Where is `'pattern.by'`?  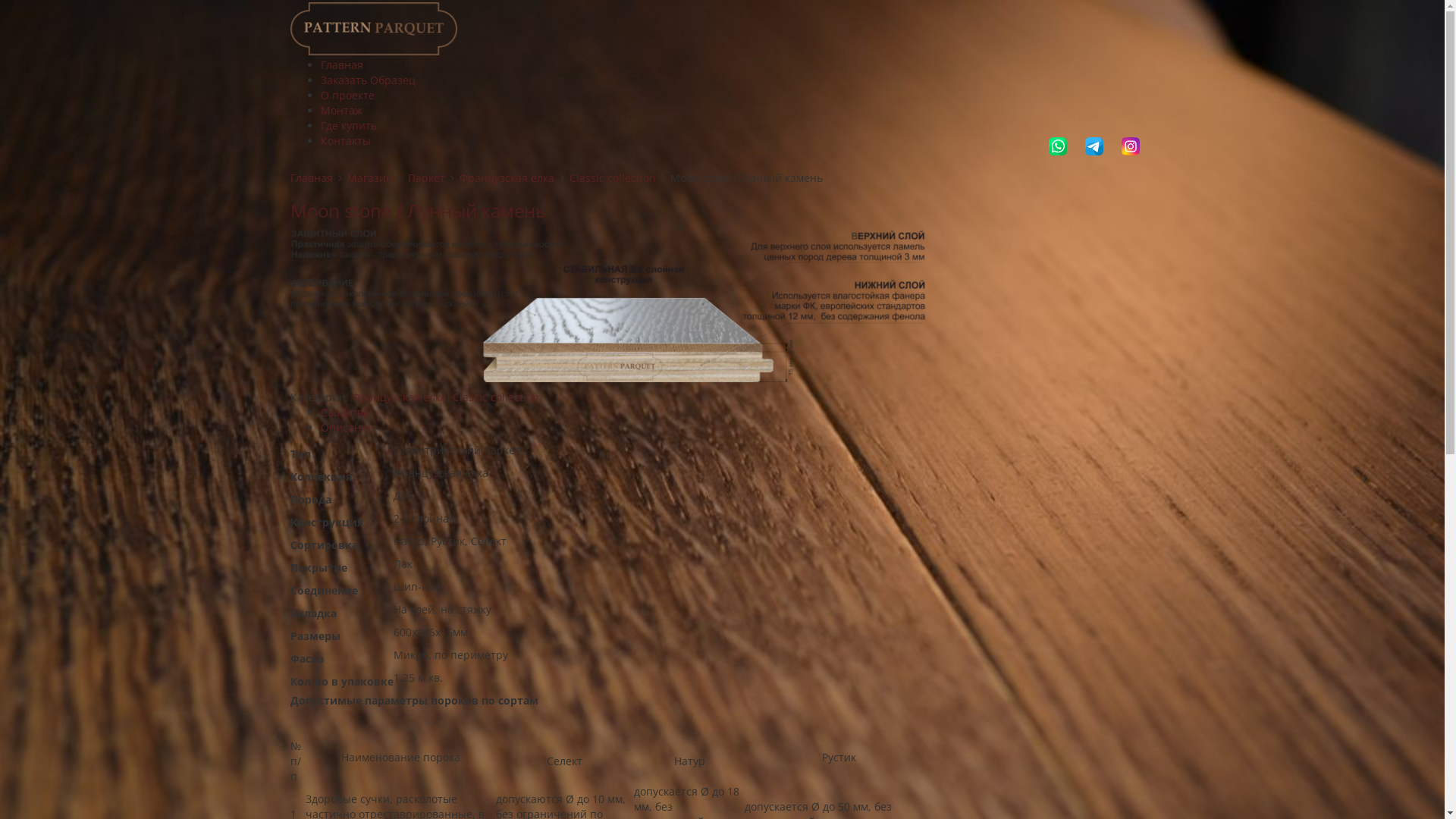
'pattern.by' is located at coordinates (372, 27).